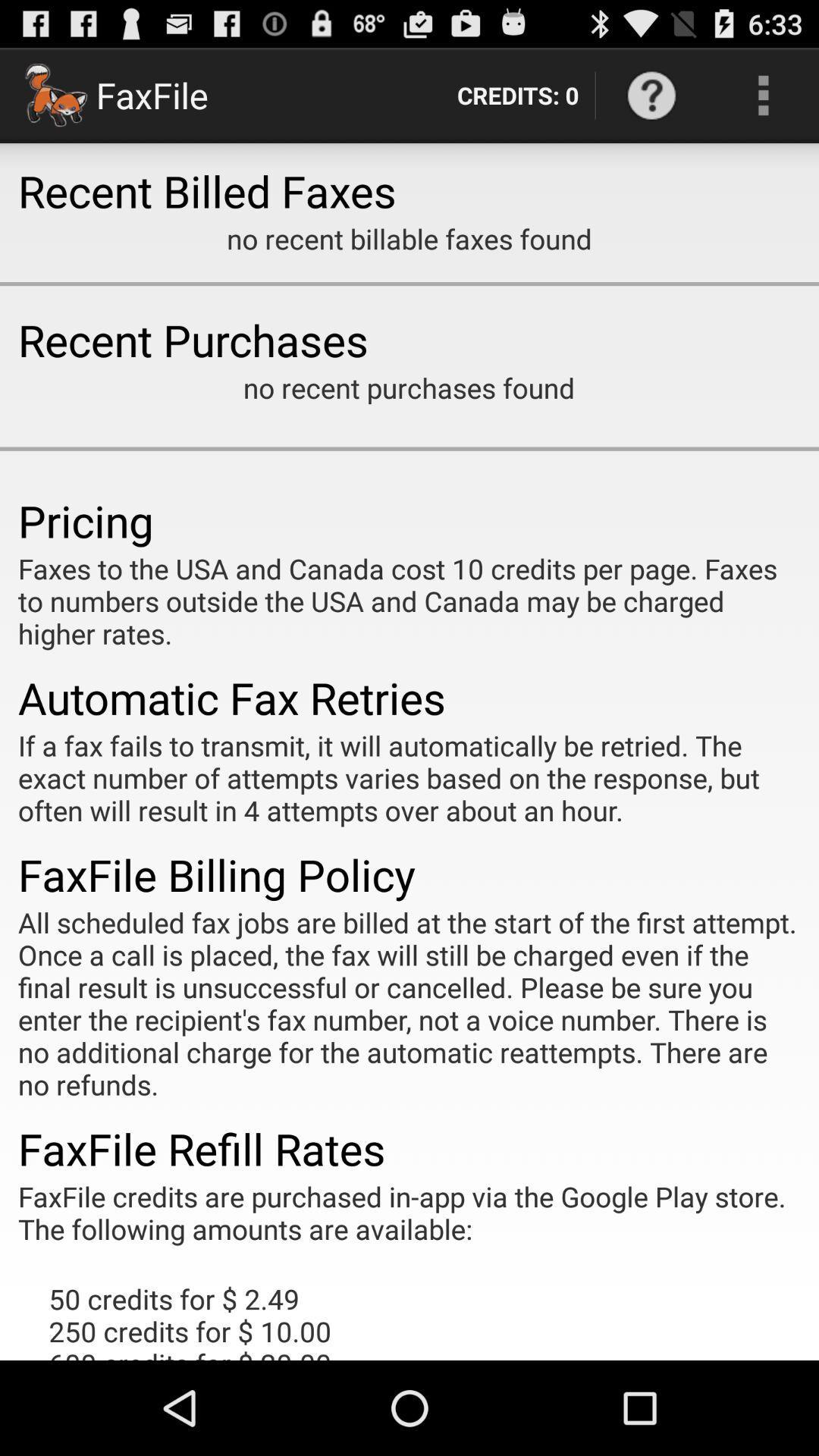 The height and width of the screenshot is (1456, 819). I want to click on icon to the right of credits: 0 item, so click(651, 94).